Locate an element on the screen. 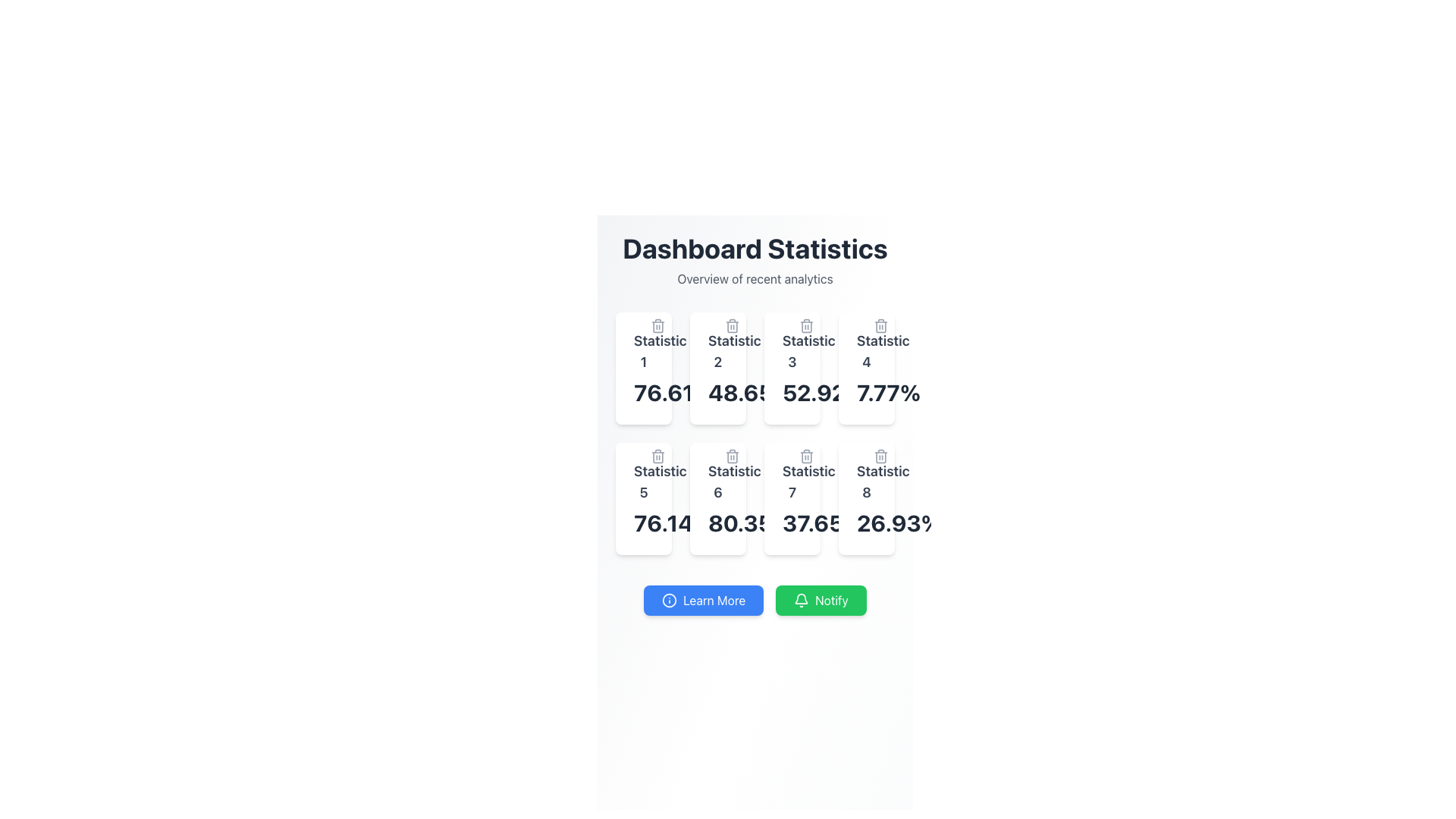 This screenshot has height=819, width=1456. statistics labeled on the Content Card displaying 'Statistic 5' and '76.14%' located in the first column of the second row in a 2x4 grid is located at coordinates (644, 499).